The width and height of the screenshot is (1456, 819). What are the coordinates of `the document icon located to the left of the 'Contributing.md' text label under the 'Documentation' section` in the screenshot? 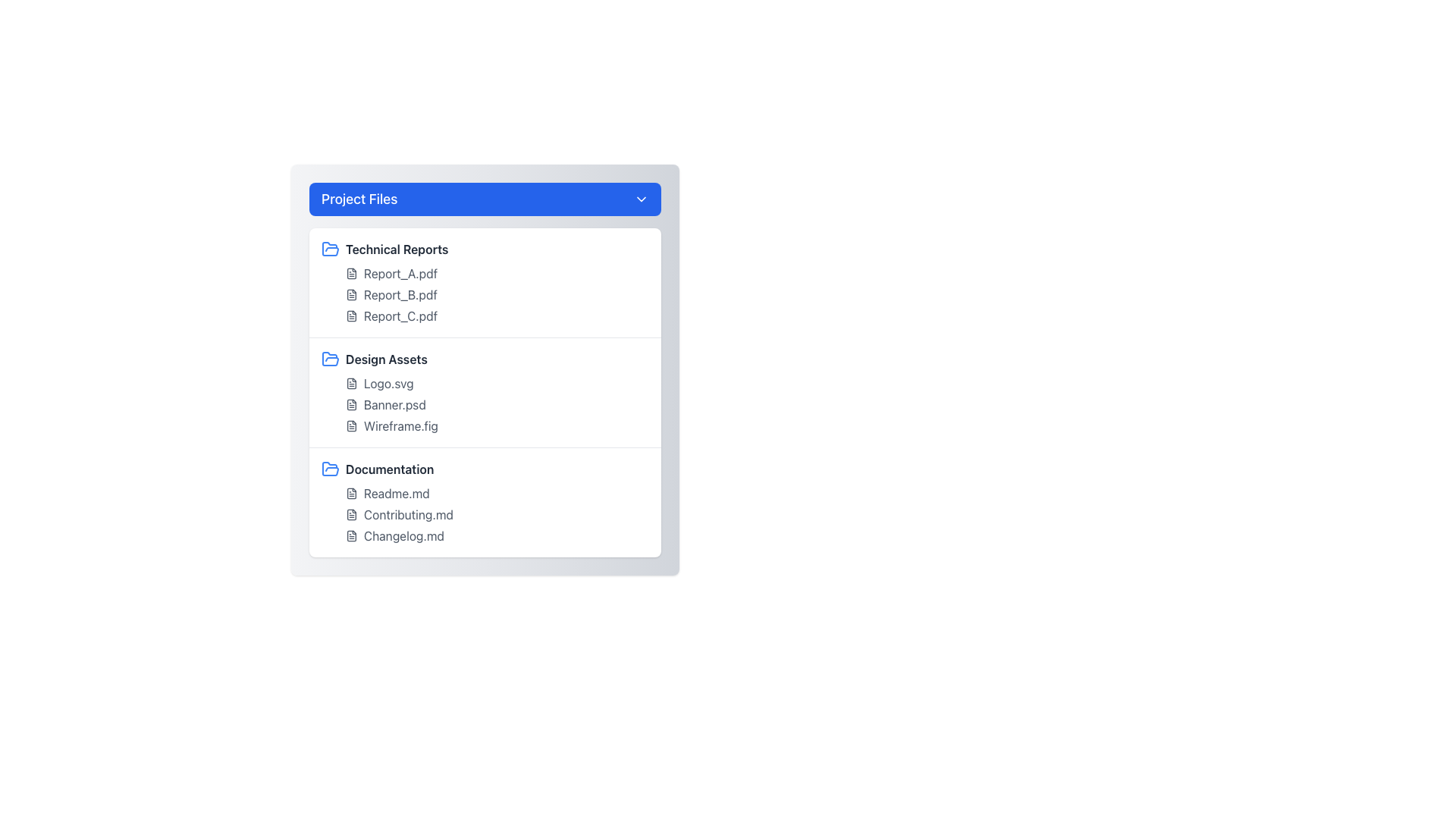 It's located at (351, 513).